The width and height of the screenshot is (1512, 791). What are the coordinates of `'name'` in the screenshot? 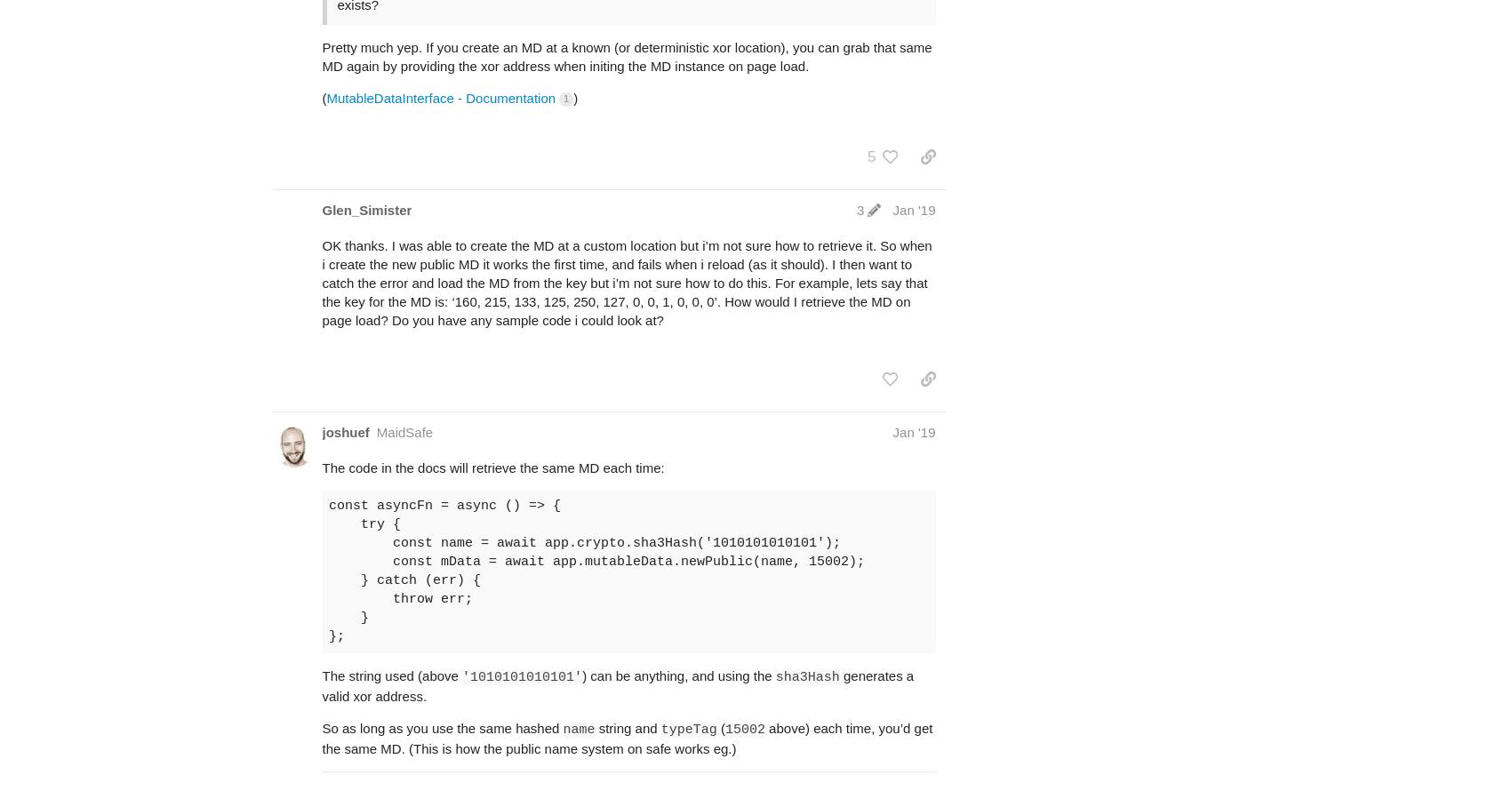 It's located at (577, 728).